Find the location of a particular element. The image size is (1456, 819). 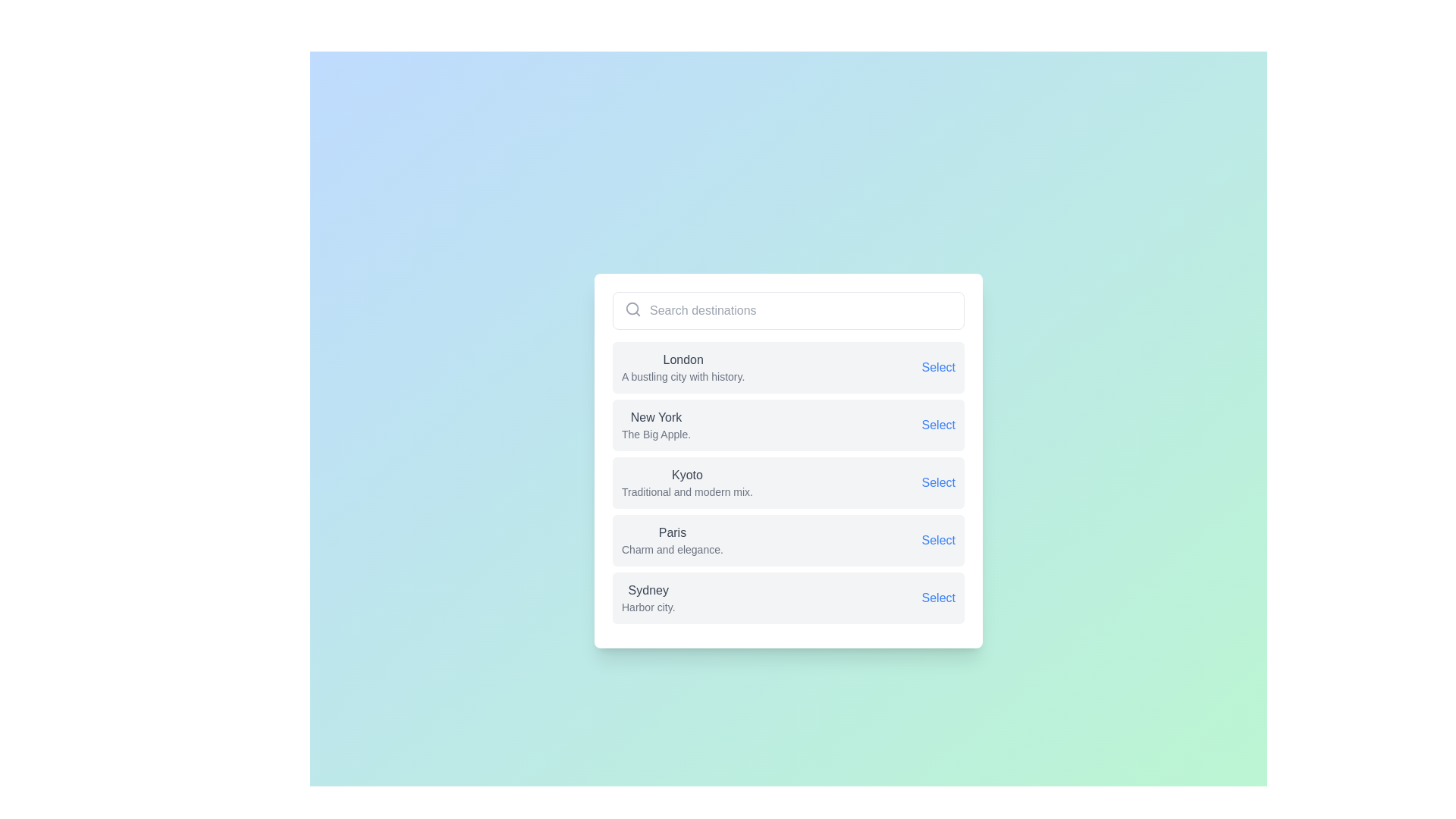

the list item labeled 'Kyoto' which has a light gray background and includes a clickable link labeled 'Select' is located at coordinates (789, 482).